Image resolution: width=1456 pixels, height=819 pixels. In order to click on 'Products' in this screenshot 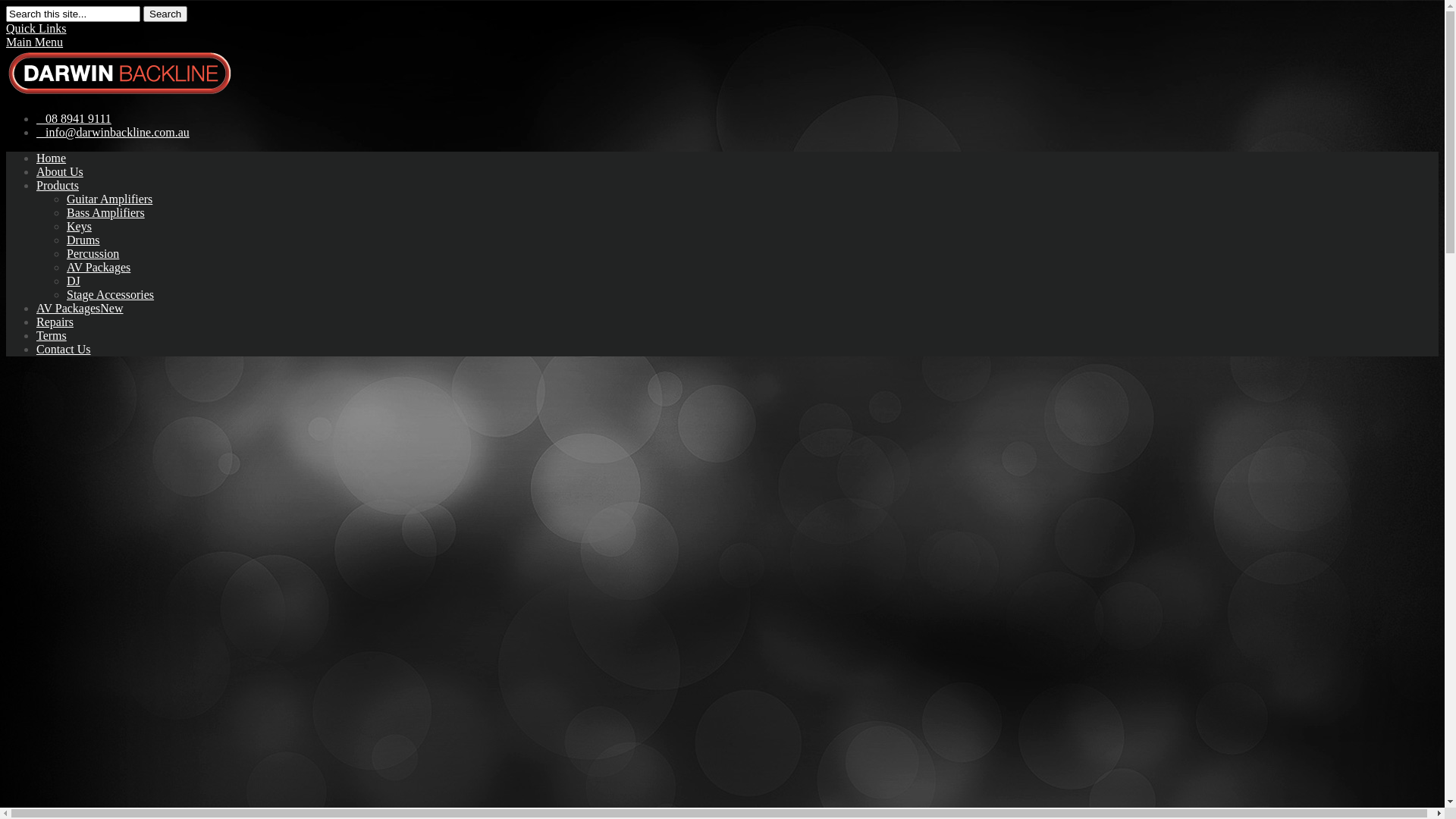, I will do `click(58, 184)`.